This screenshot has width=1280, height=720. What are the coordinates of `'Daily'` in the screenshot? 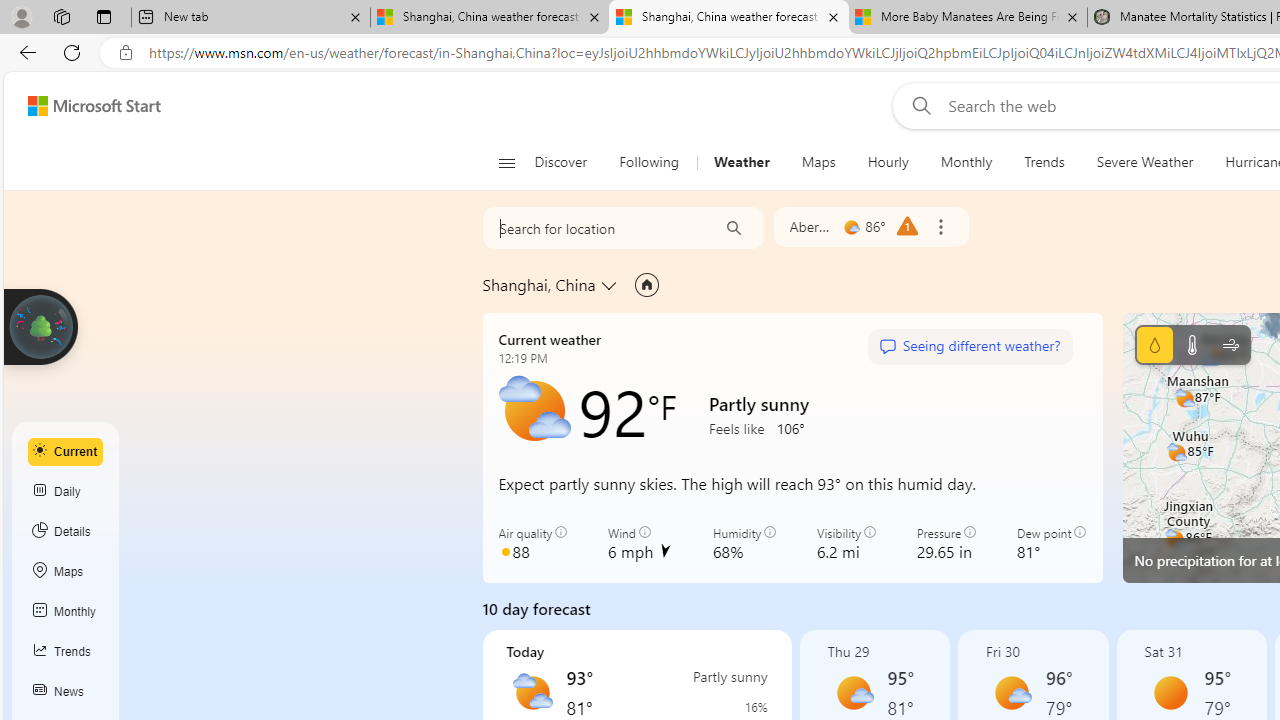 It's located at (65, 492).